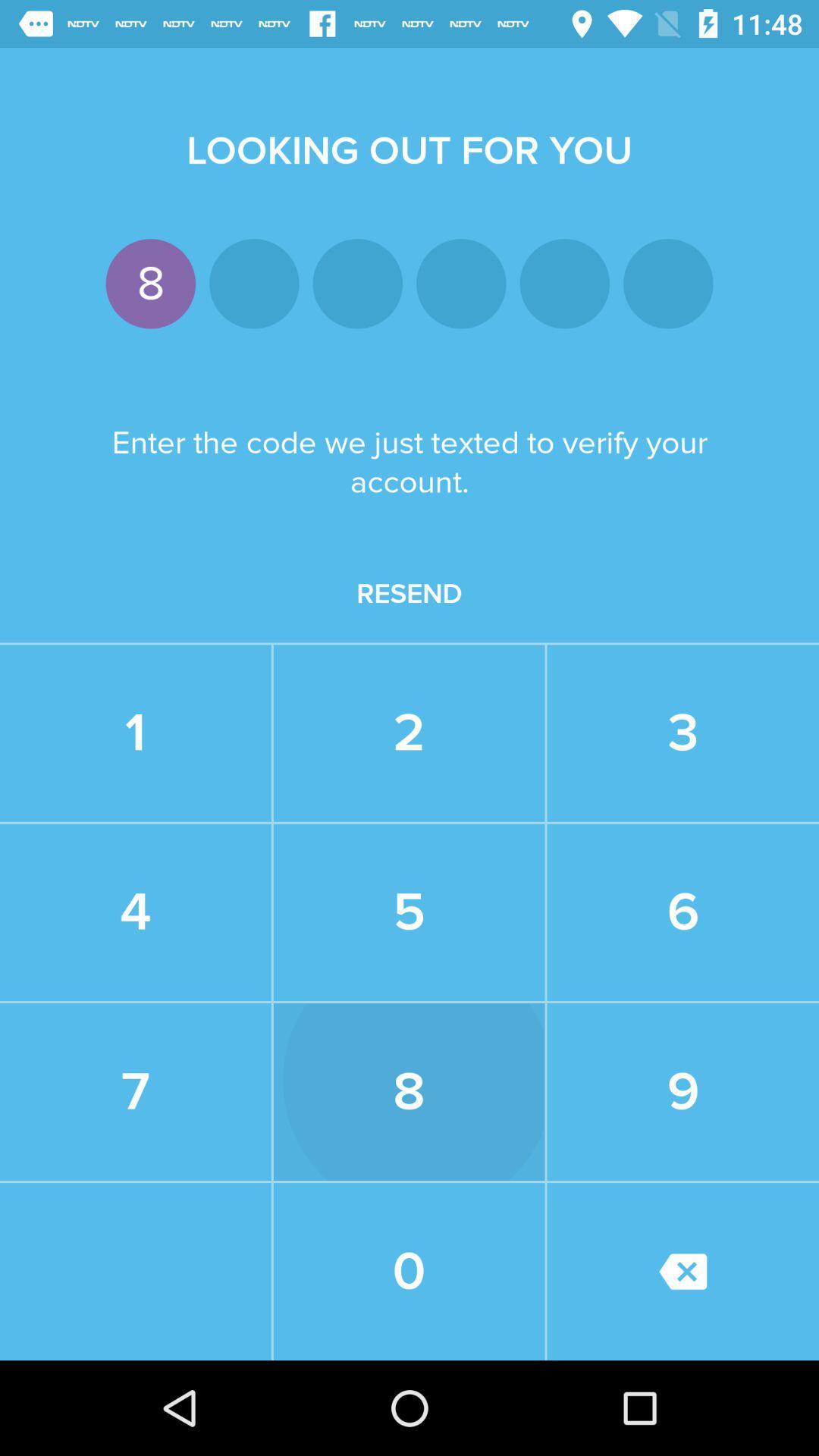 The width and height of the screenshot is (819, 1456). I want to click on the resend icon, so click(409, 593).